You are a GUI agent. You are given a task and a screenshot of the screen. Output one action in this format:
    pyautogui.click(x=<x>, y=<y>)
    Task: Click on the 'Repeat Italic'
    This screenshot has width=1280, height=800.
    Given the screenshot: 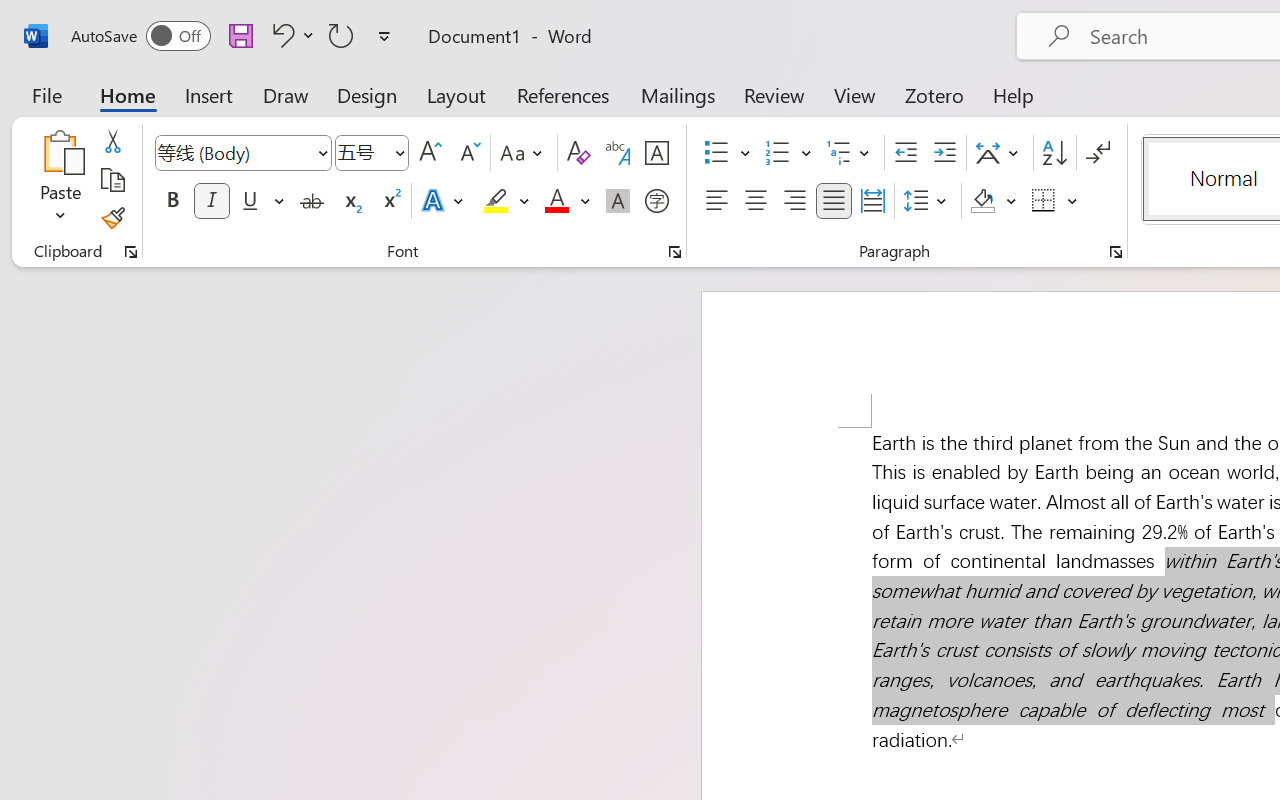 What is the action you would take?
    pyautogui.click(x=341, y=34)
    